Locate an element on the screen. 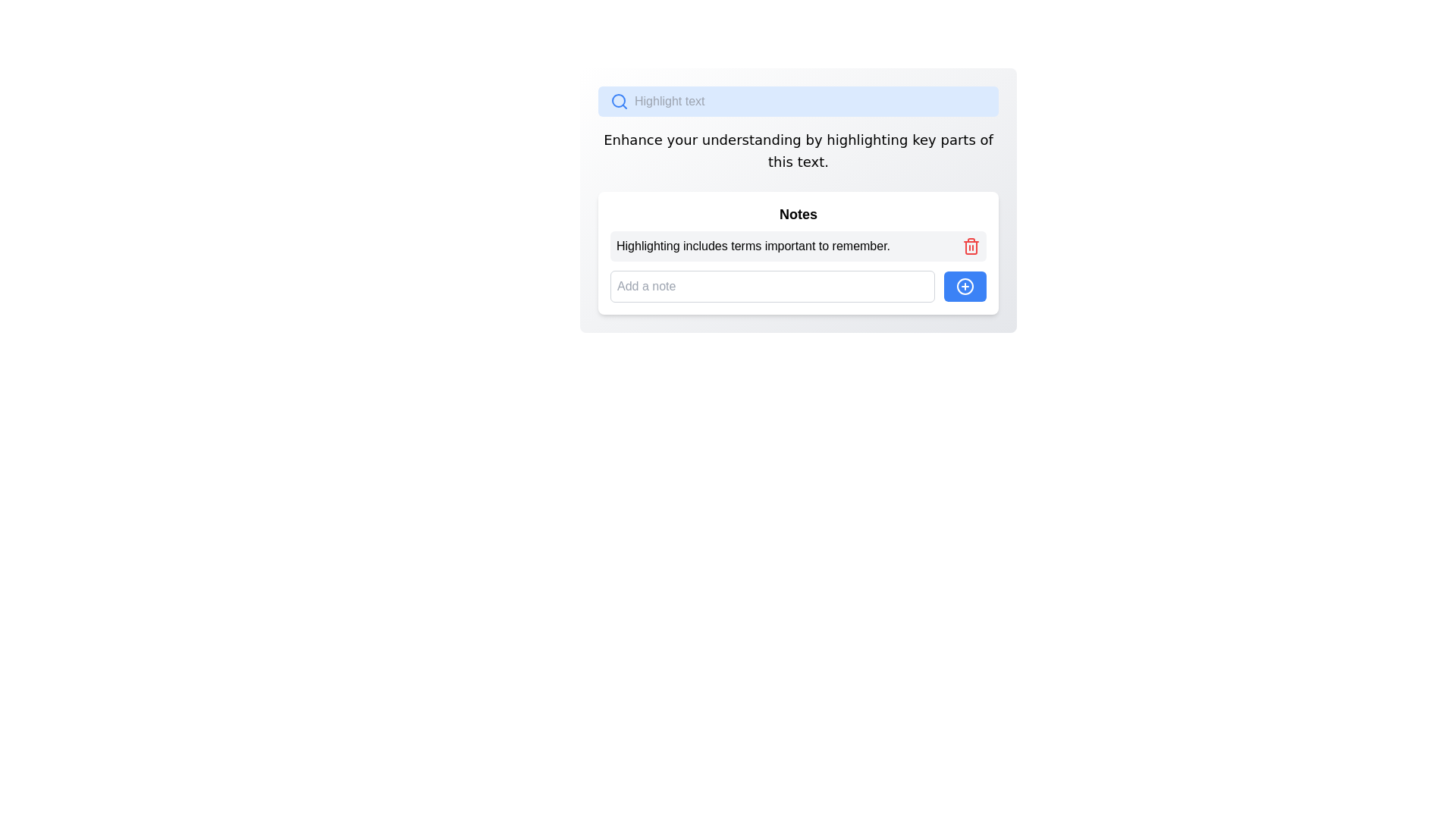 The height and width of the screenshot is (819, 1456). the second character of the word 'Enhance' in the phrase 'Enhance your understanding by highlighting key parts of this text.' located at the top of the panel is located at coordinates (617, 140).